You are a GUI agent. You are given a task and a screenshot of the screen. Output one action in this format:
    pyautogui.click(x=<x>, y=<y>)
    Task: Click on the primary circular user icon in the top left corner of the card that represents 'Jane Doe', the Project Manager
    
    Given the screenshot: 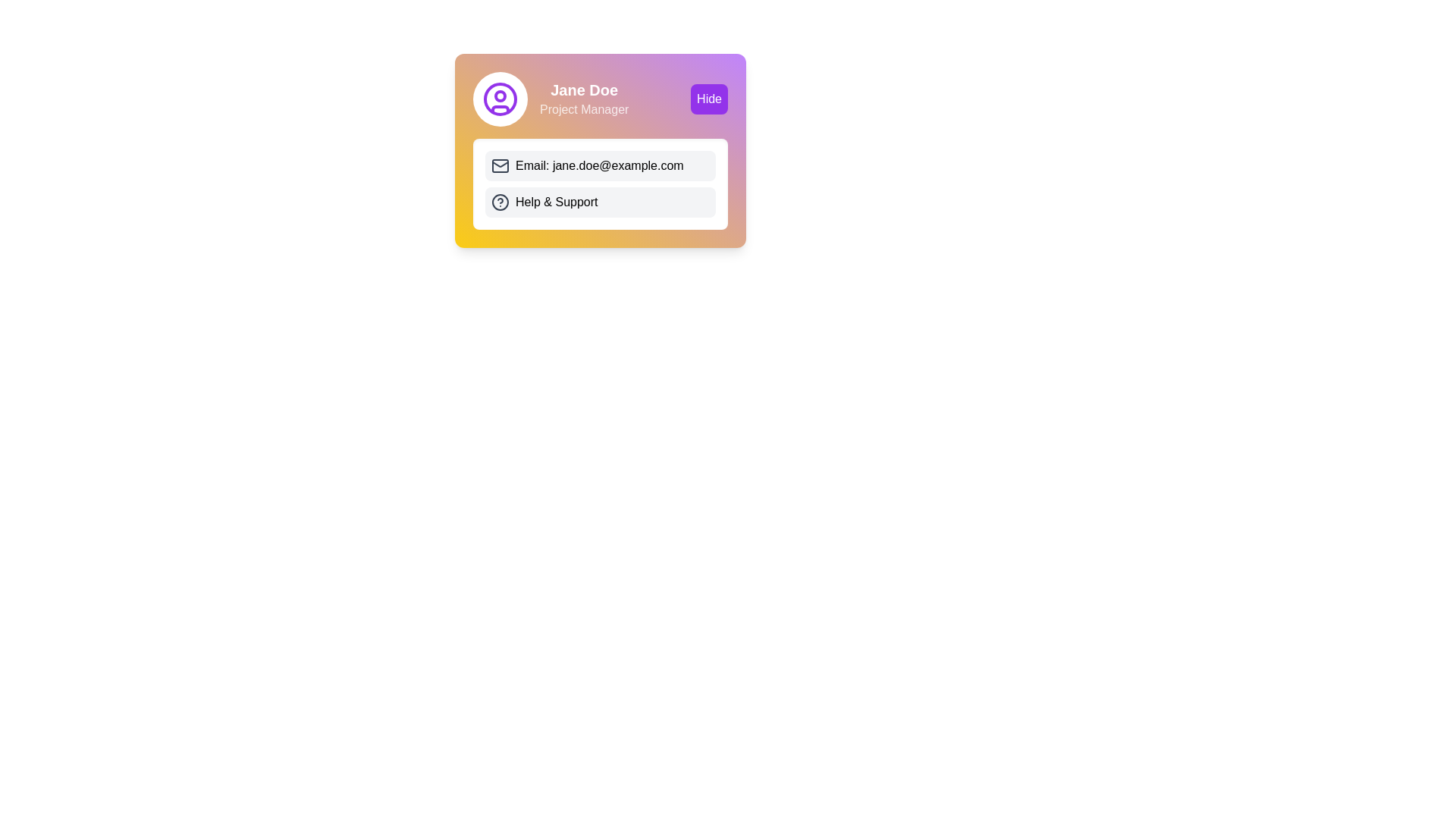 What is the action you would take?
    pyautogui.click(x=500, y=99)
    